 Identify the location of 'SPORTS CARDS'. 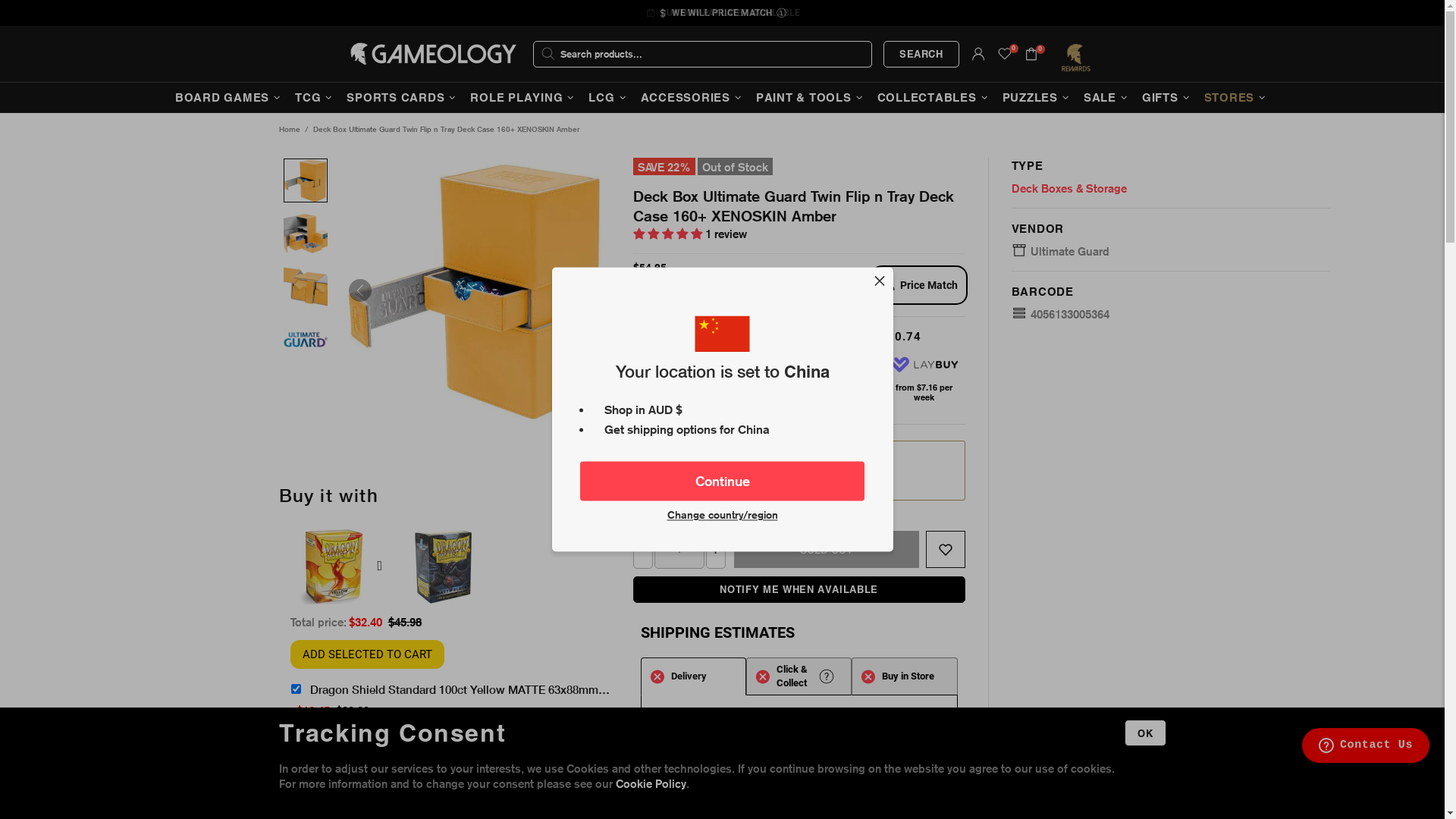
(340, 97).